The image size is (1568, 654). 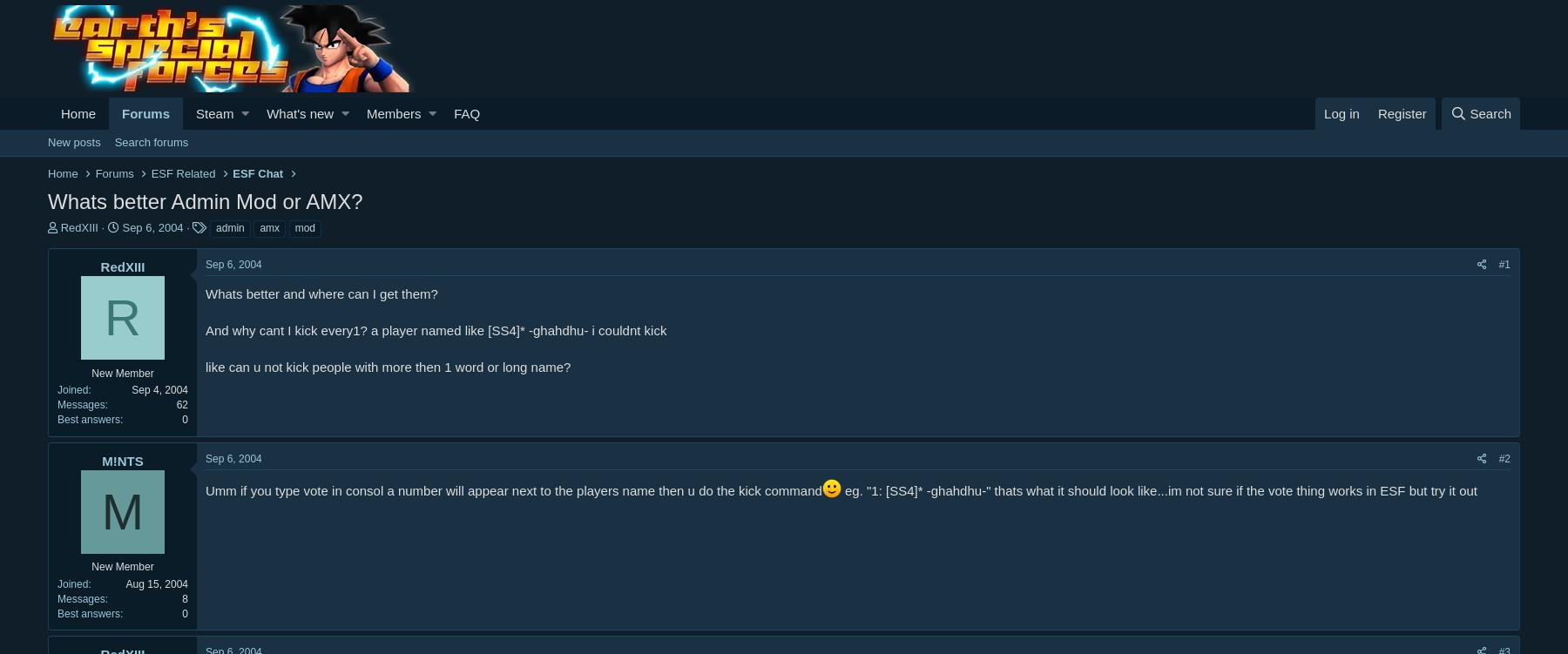 I want to click on 'Whats better and where can I get them?', so click(x=321, y=293).